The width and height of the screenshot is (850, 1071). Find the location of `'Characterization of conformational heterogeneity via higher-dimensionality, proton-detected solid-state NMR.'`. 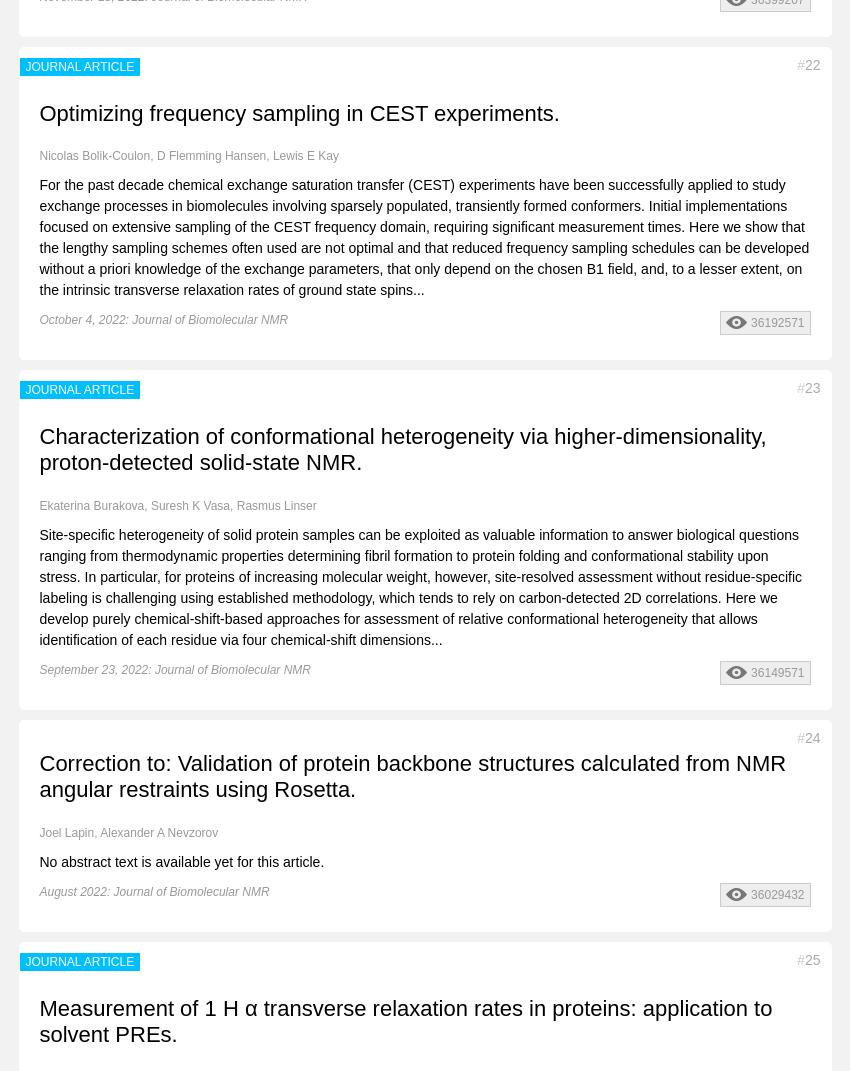

'Characterization of conformational heterogeneity via higher-dimensionality, proton-detected solid-state NMR.' is located at coordinates (402, 448).